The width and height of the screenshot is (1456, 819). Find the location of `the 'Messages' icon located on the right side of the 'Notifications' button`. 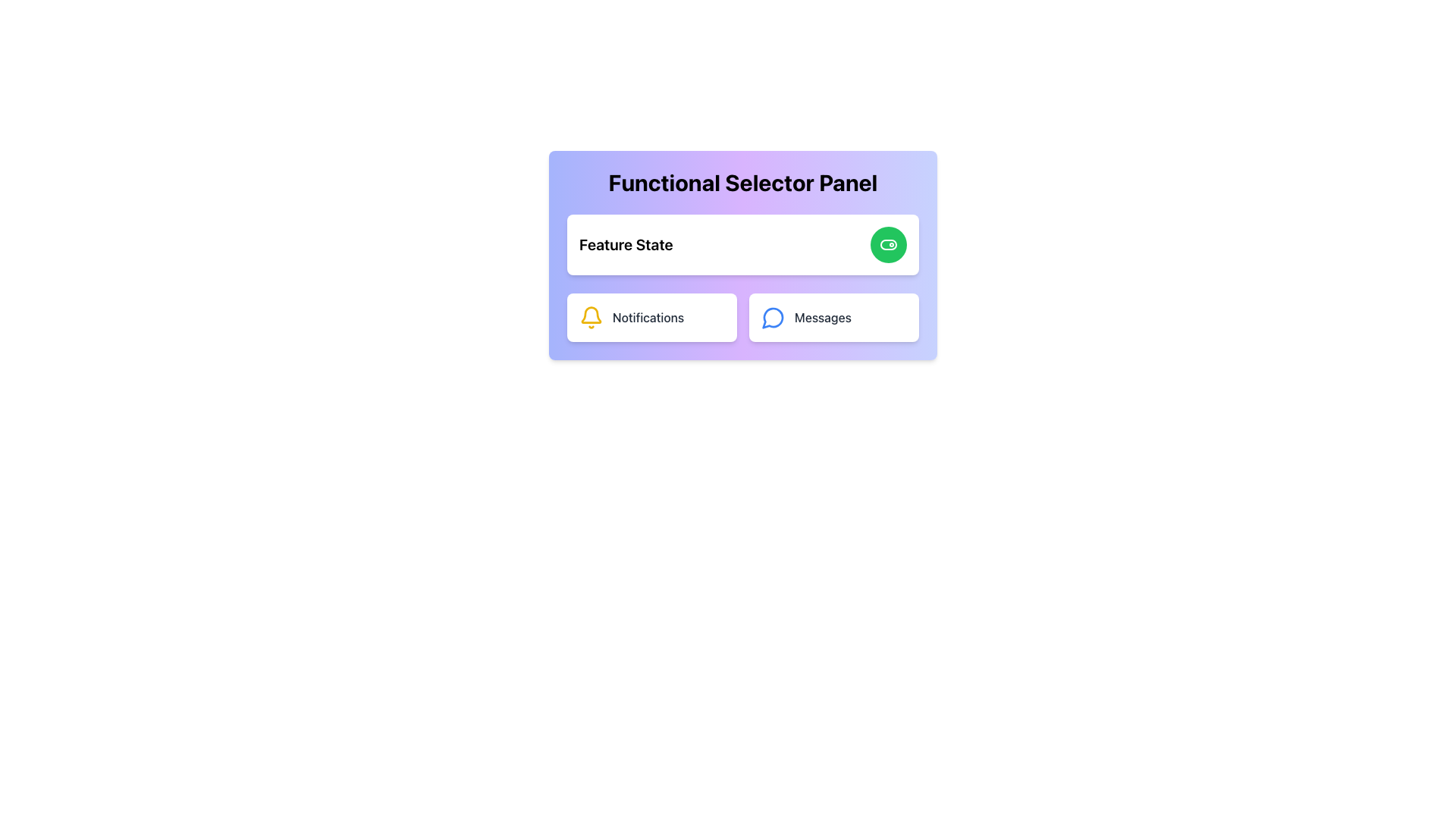

the 'Messages' icon located on the right side of the 'Notifications' button is located at coordinates (773, 317).